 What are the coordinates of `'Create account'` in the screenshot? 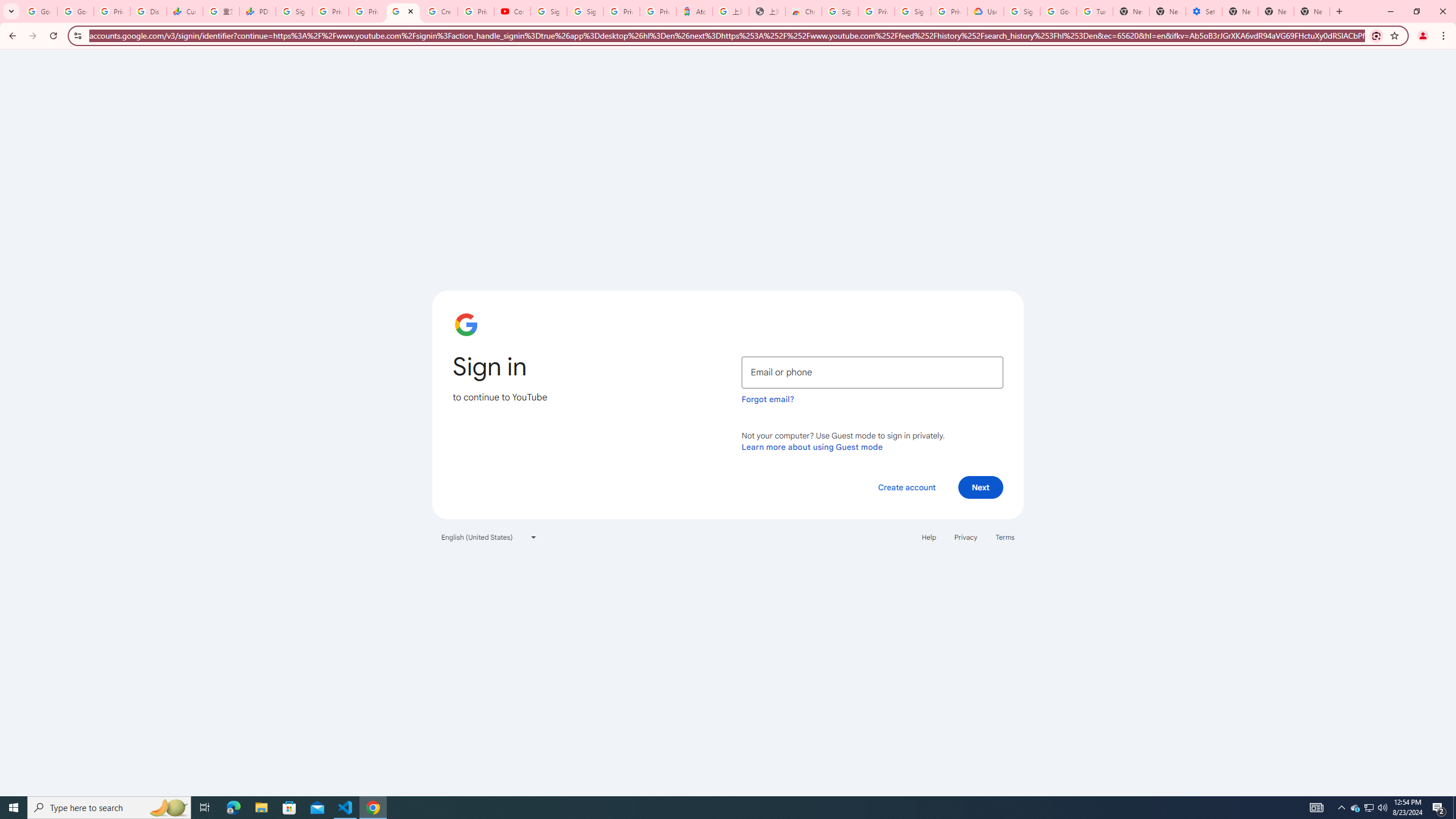 It's located at (906, 486).